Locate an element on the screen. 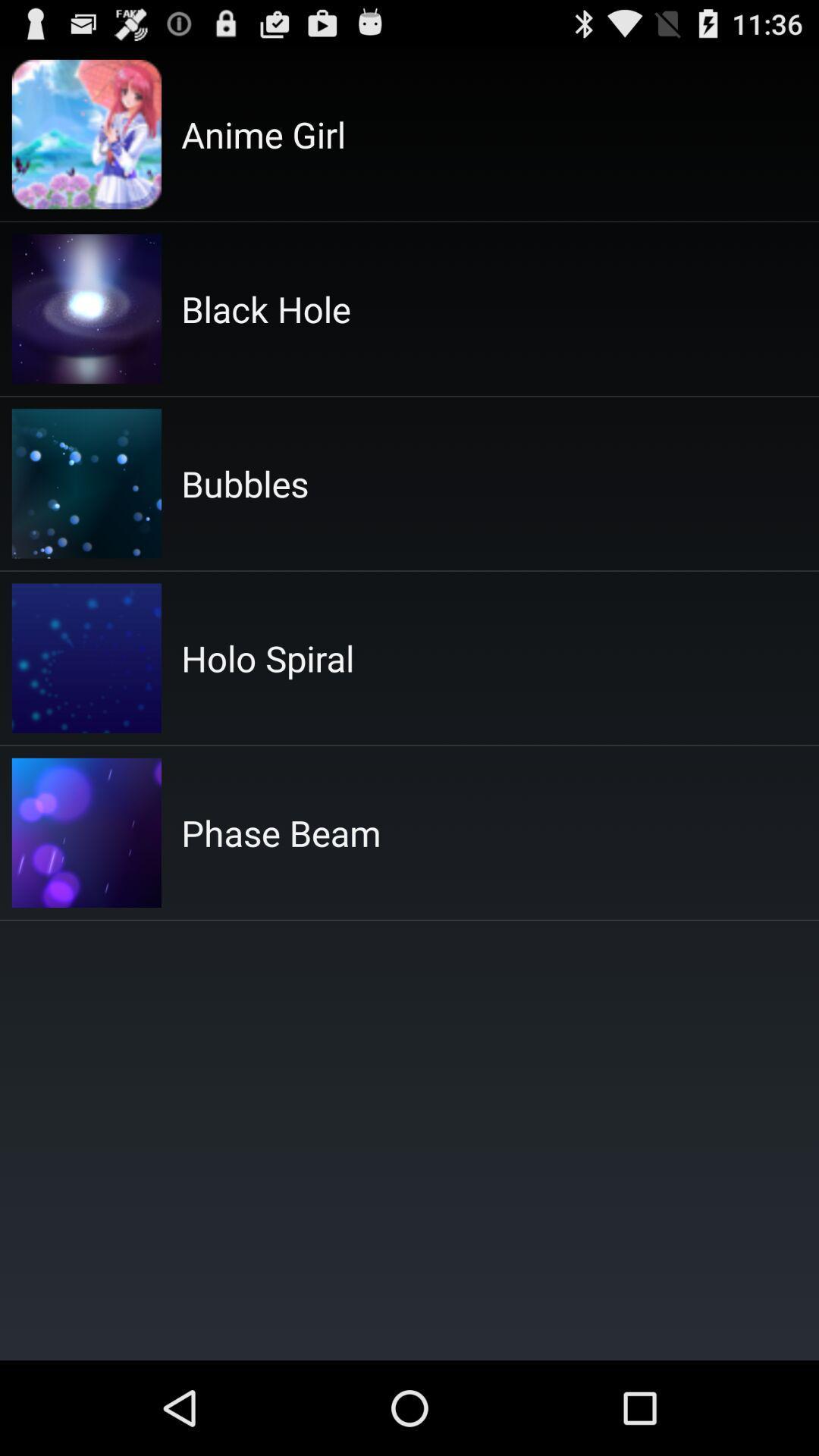 The image size is (819, 1456). app above the holo spiral app is located at coordinates (244, 482).